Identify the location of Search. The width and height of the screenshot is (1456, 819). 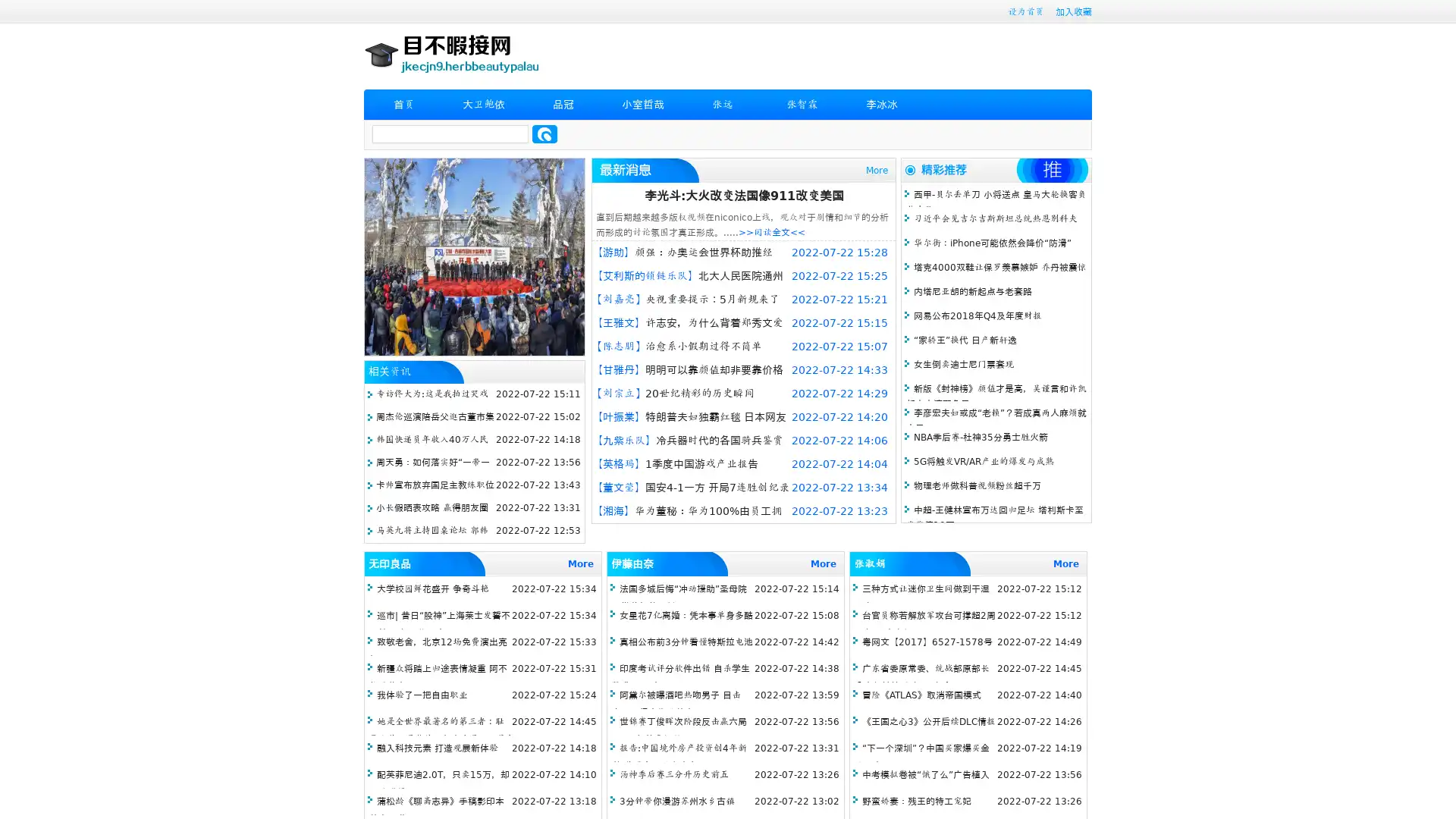
(544, 133).